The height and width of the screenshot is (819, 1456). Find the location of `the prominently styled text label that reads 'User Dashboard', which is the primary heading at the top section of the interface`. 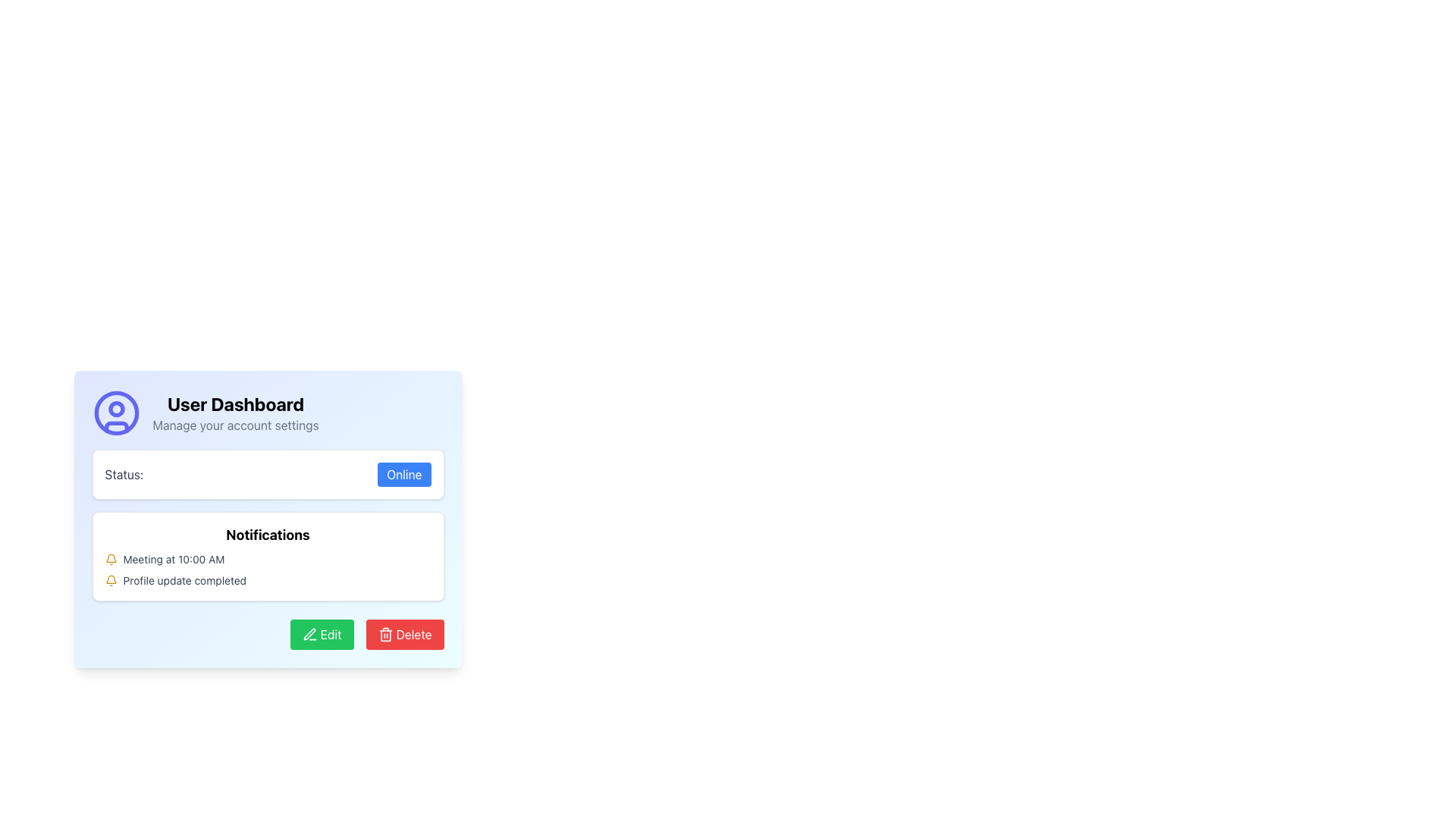

the prominently styled text label that reads 'User Dashboard', which is the primary heading at the top section of the interface is located at coordinates (235, 403).